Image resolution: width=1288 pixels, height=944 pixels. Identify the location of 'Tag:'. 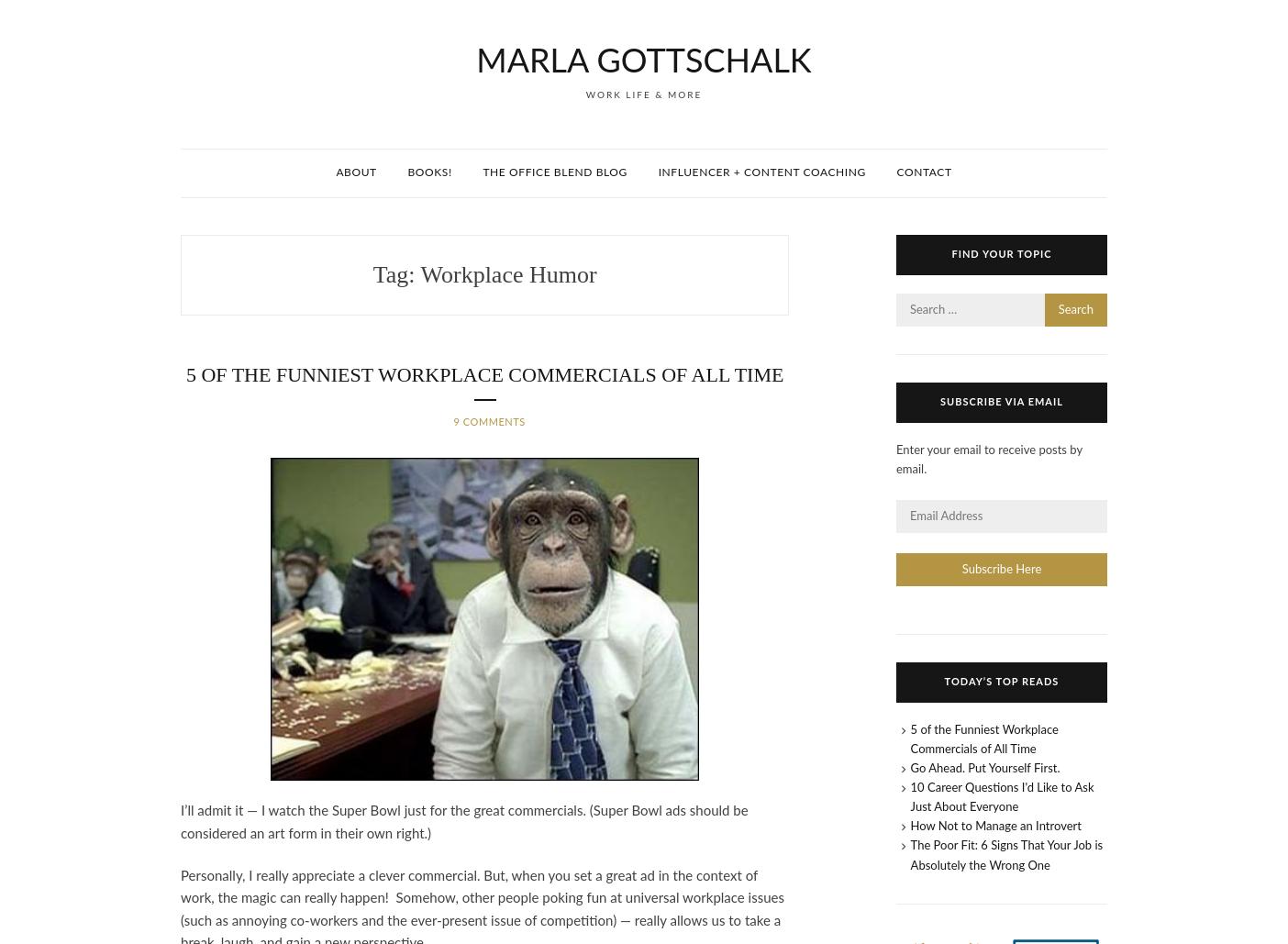
(395, 273).